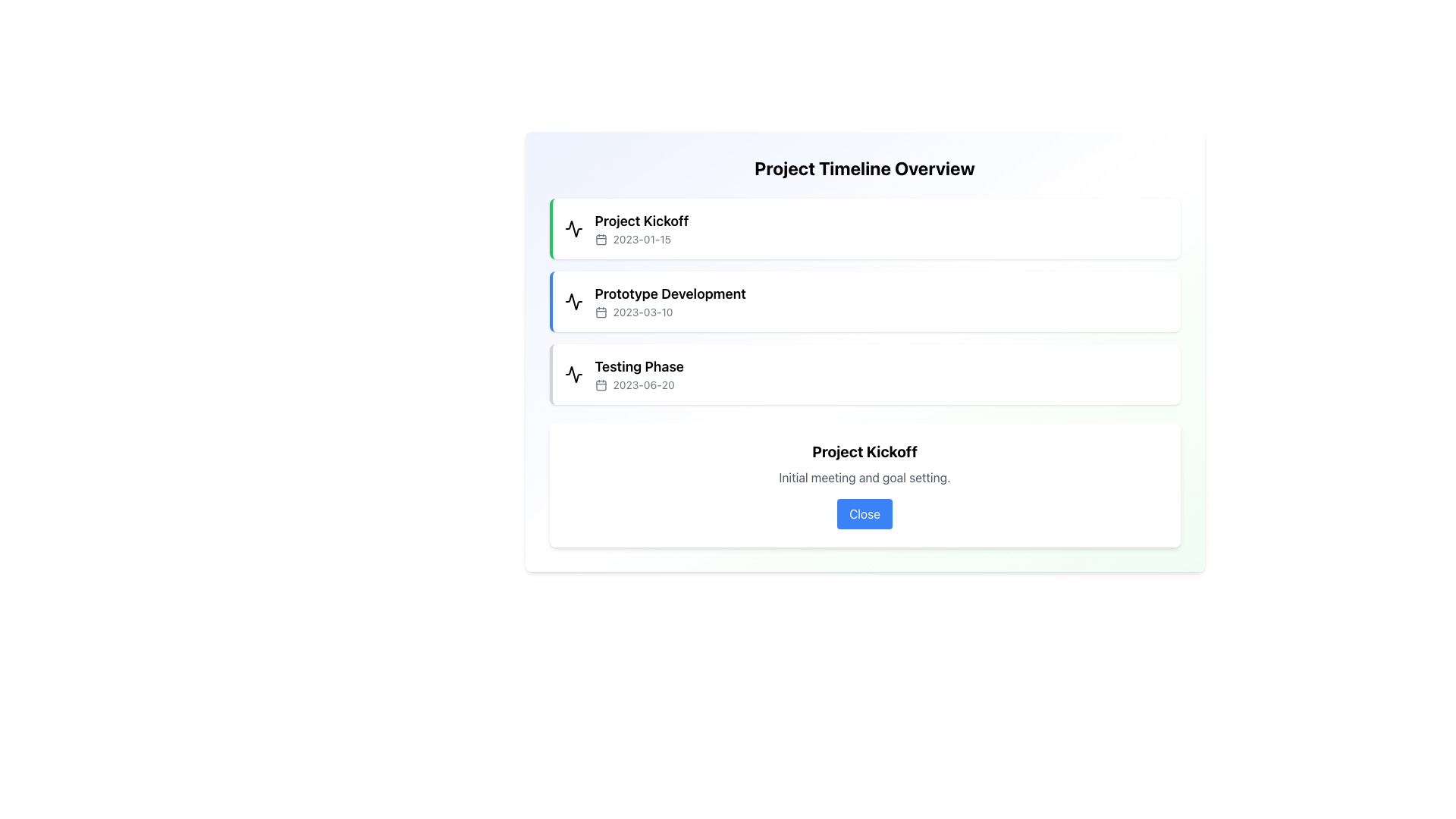 The image size is (1456, 819). I want to click on the milestone marker for the card labeled 'Testing Phase' located in the central panel, beneath the cards 'Project Kickoff' and 'Prototype Development', so click(864, 374).